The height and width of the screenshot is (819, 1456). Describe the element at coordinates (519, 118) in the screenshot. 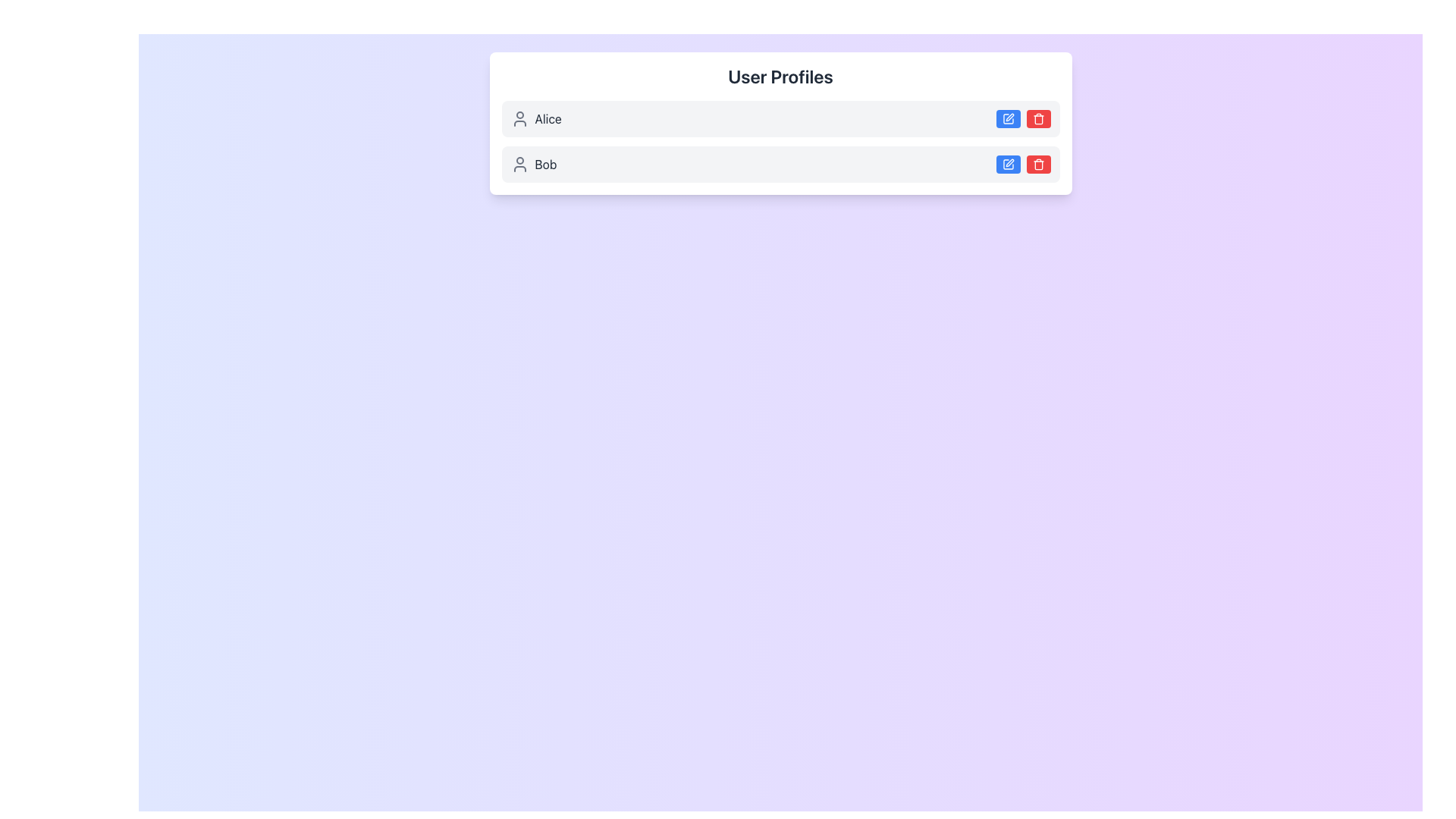

I see `the user profile icon with a gray outline, located next` at that location.